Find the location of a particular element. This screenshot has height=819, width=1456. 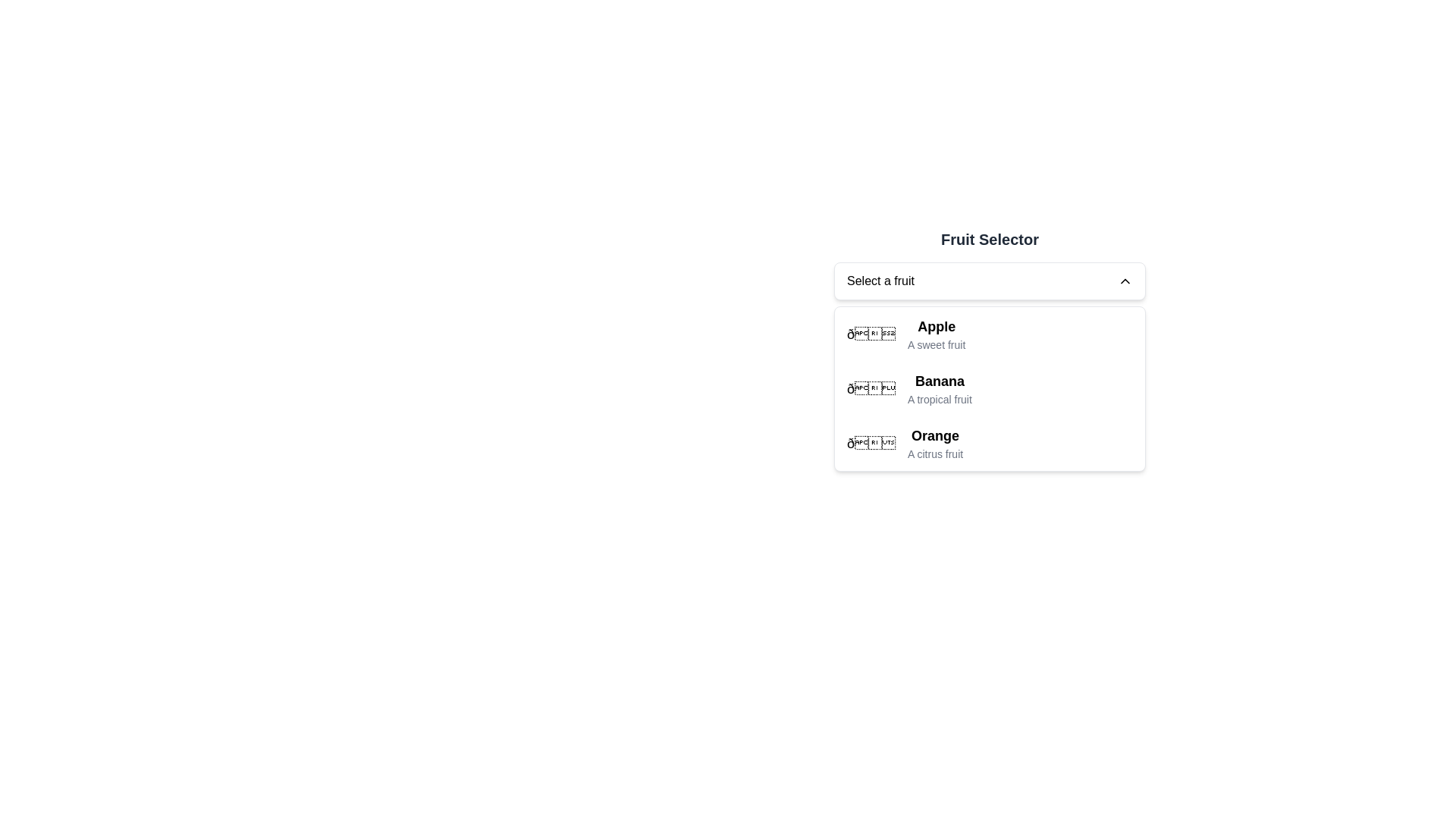

the list item representing the fruit 'Banana' in the dropdown menu titled 'Fruit Selector' is located at coordinates (939, 388).